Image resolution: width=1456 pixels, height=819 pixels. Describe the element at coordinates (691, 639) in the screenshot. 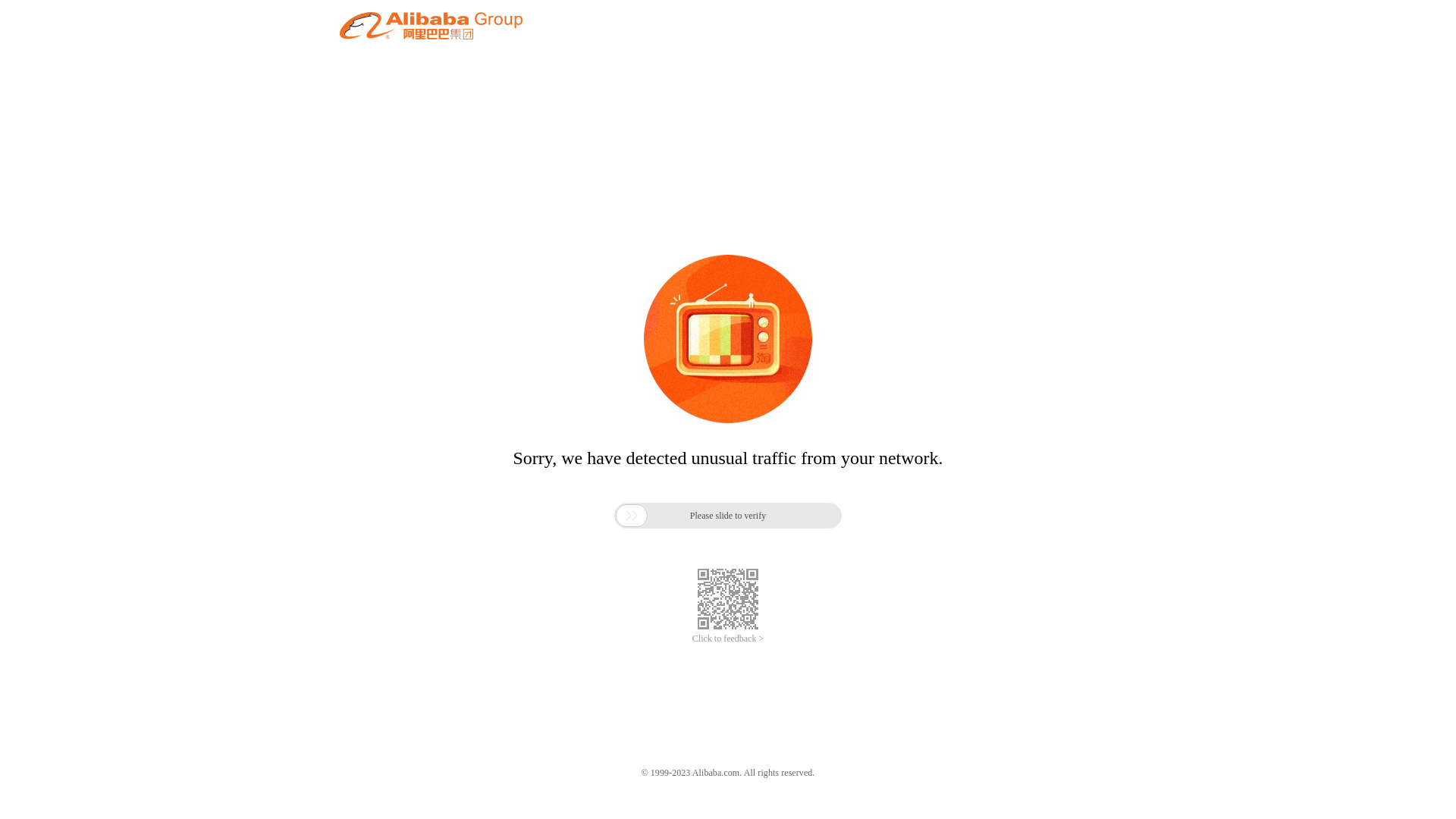

I see `'Click to feedback >'` at that location.